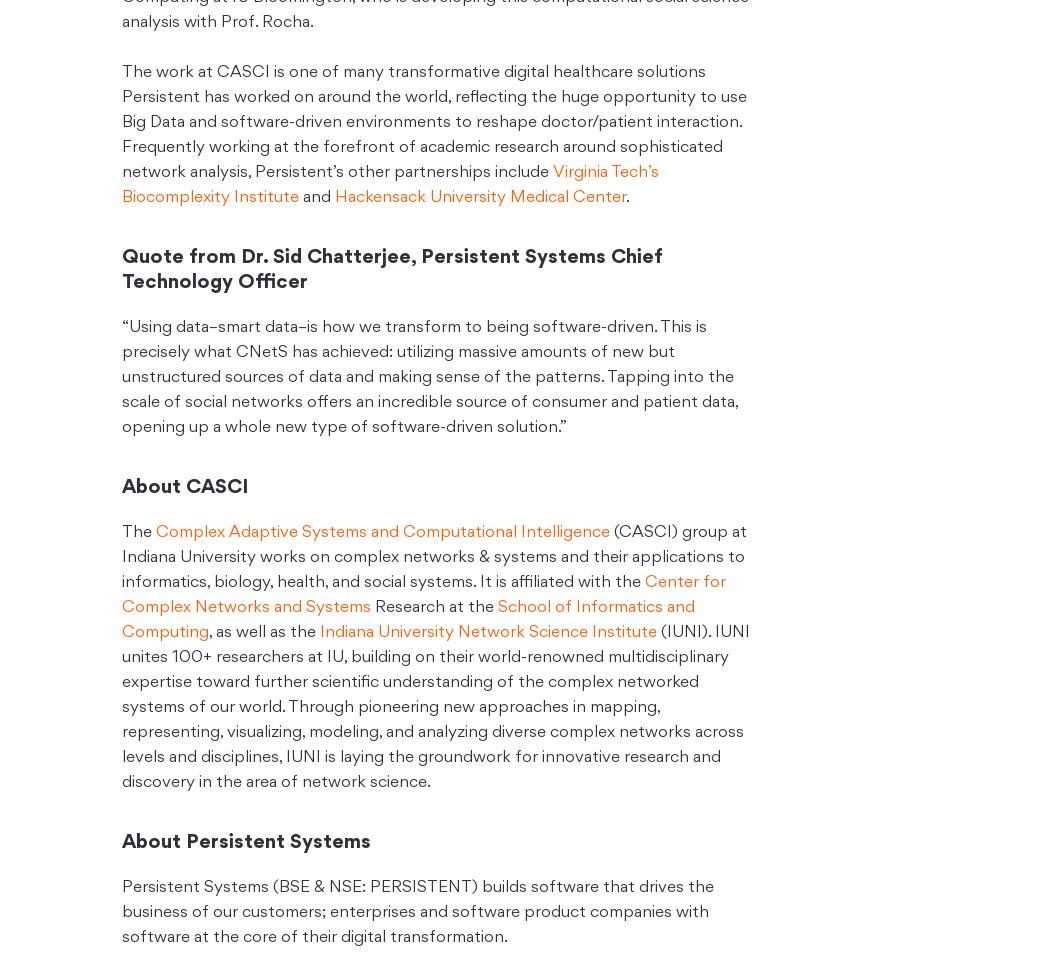  I want to click on 'Indiana University Network Science Institute', so click(488, 631).